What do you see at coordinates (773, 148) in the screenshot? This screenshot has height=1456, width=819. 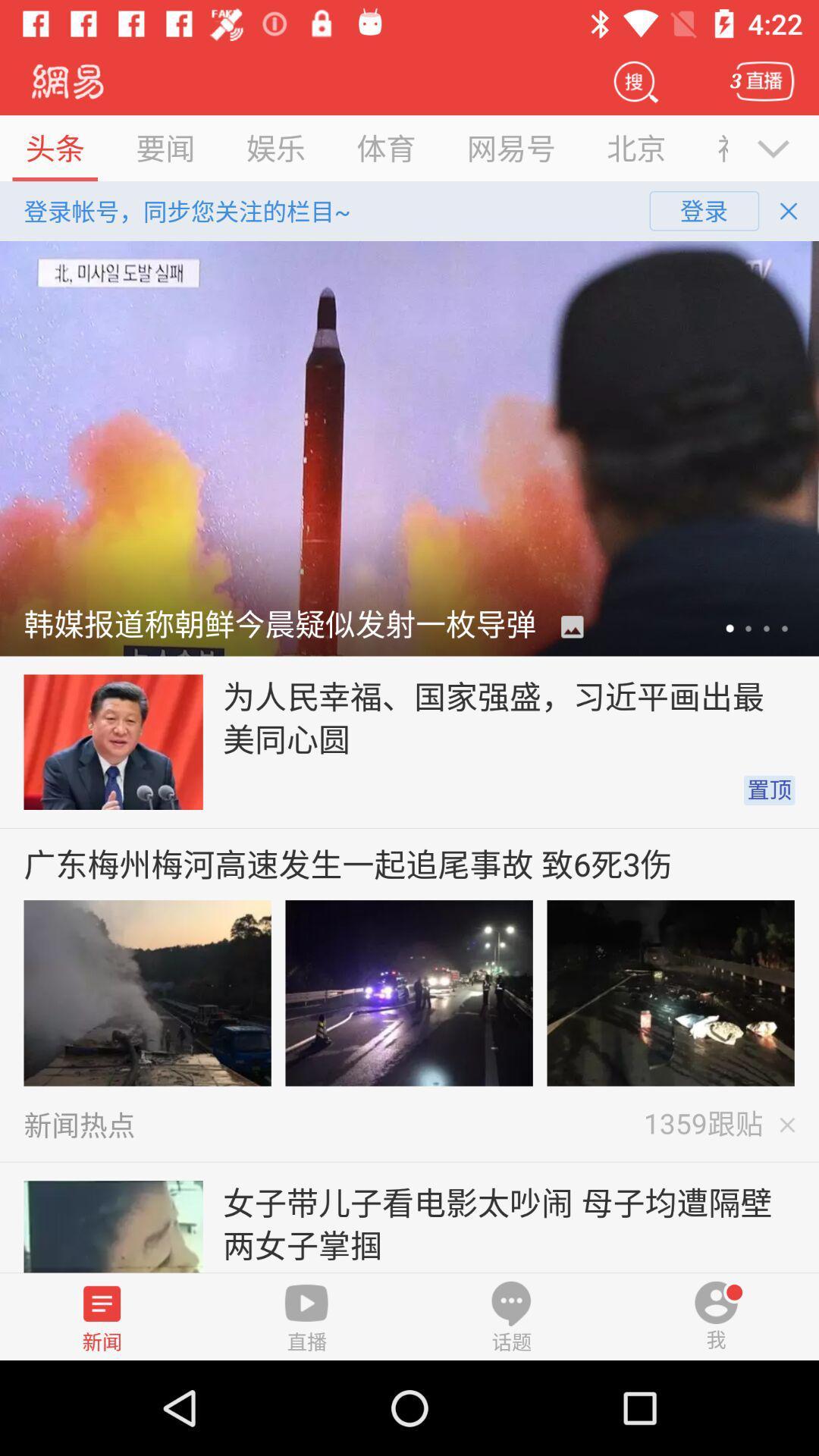 I see `the expand_more icon` at bounding box center [773, 148].